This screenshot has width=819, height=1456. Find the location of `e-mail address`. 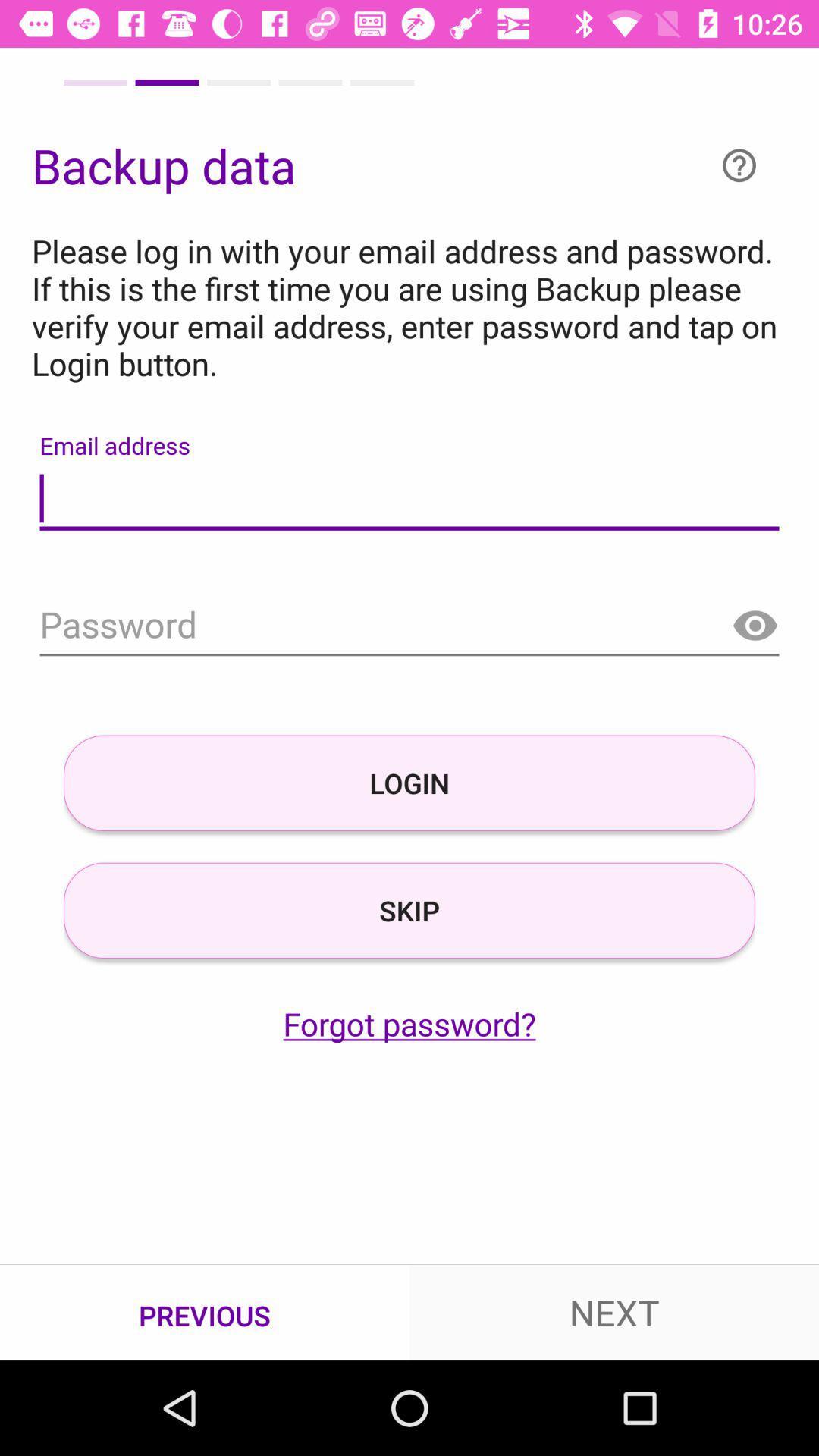

e-mail address is located at coordinates (409, 499).